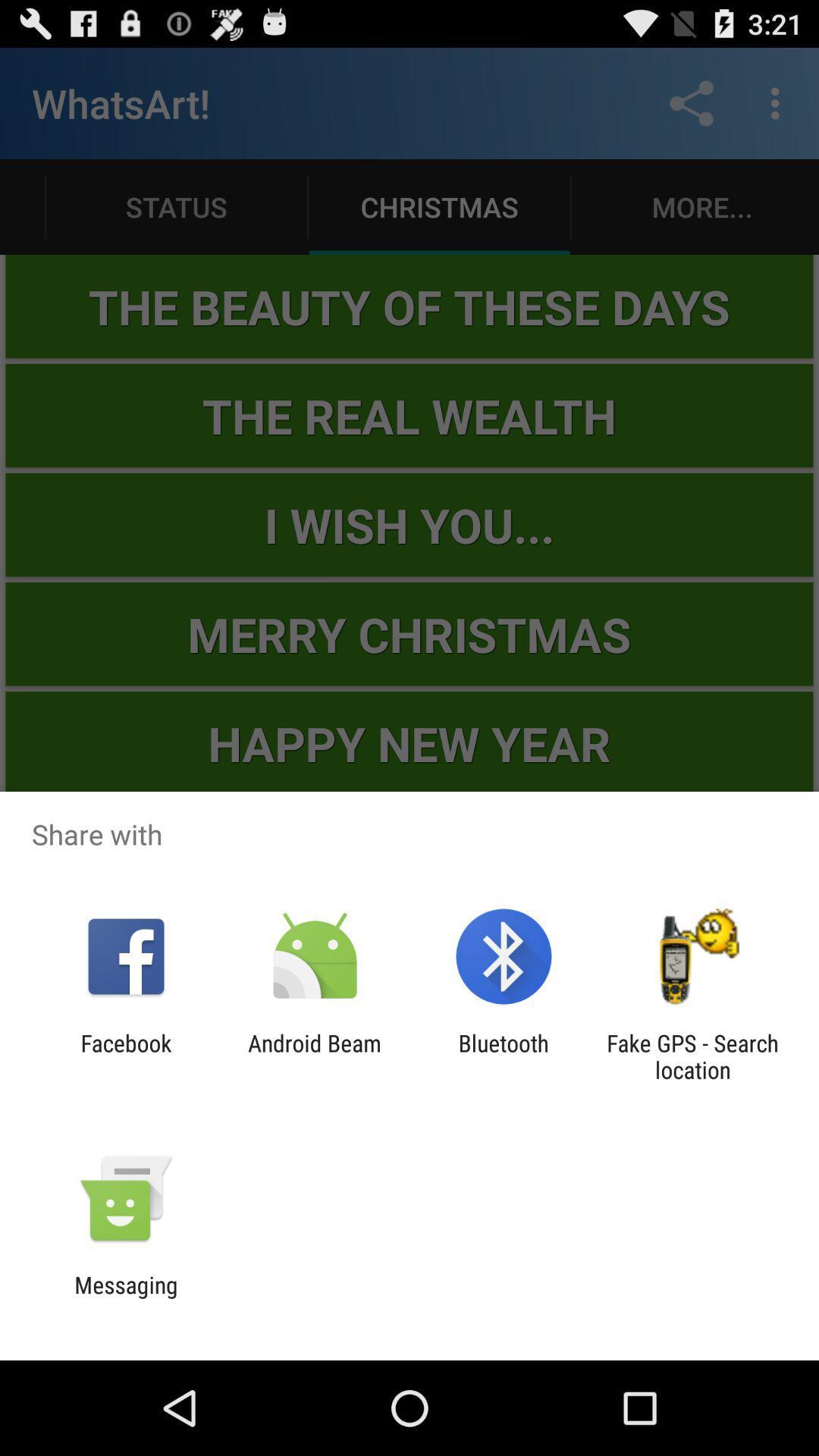  I want to click on item next to the fake gps search app, so click(504, 1056).